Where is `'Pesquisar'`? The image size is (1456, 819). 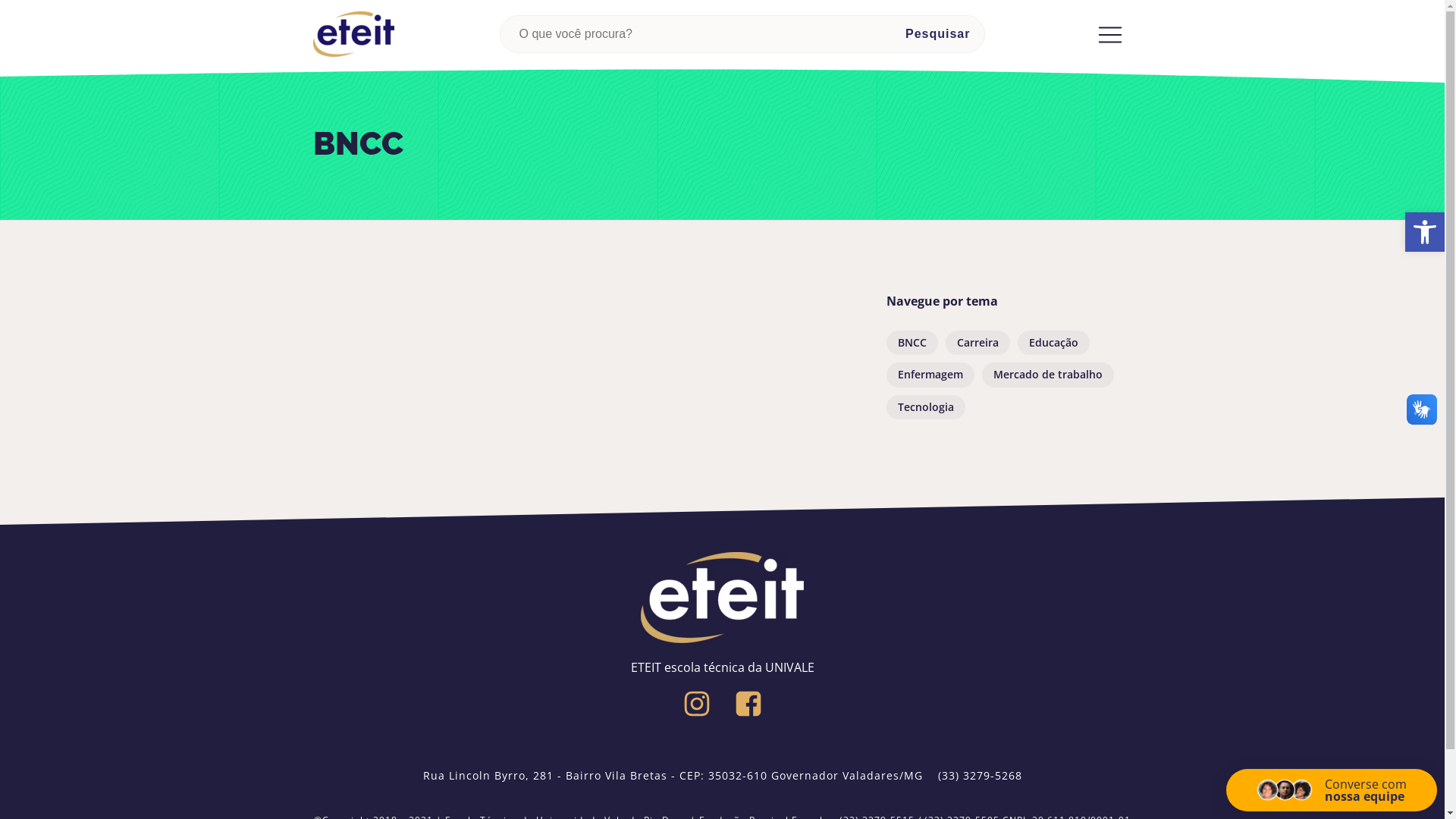
'Pesquisar' is located at coordinates (937, 34).